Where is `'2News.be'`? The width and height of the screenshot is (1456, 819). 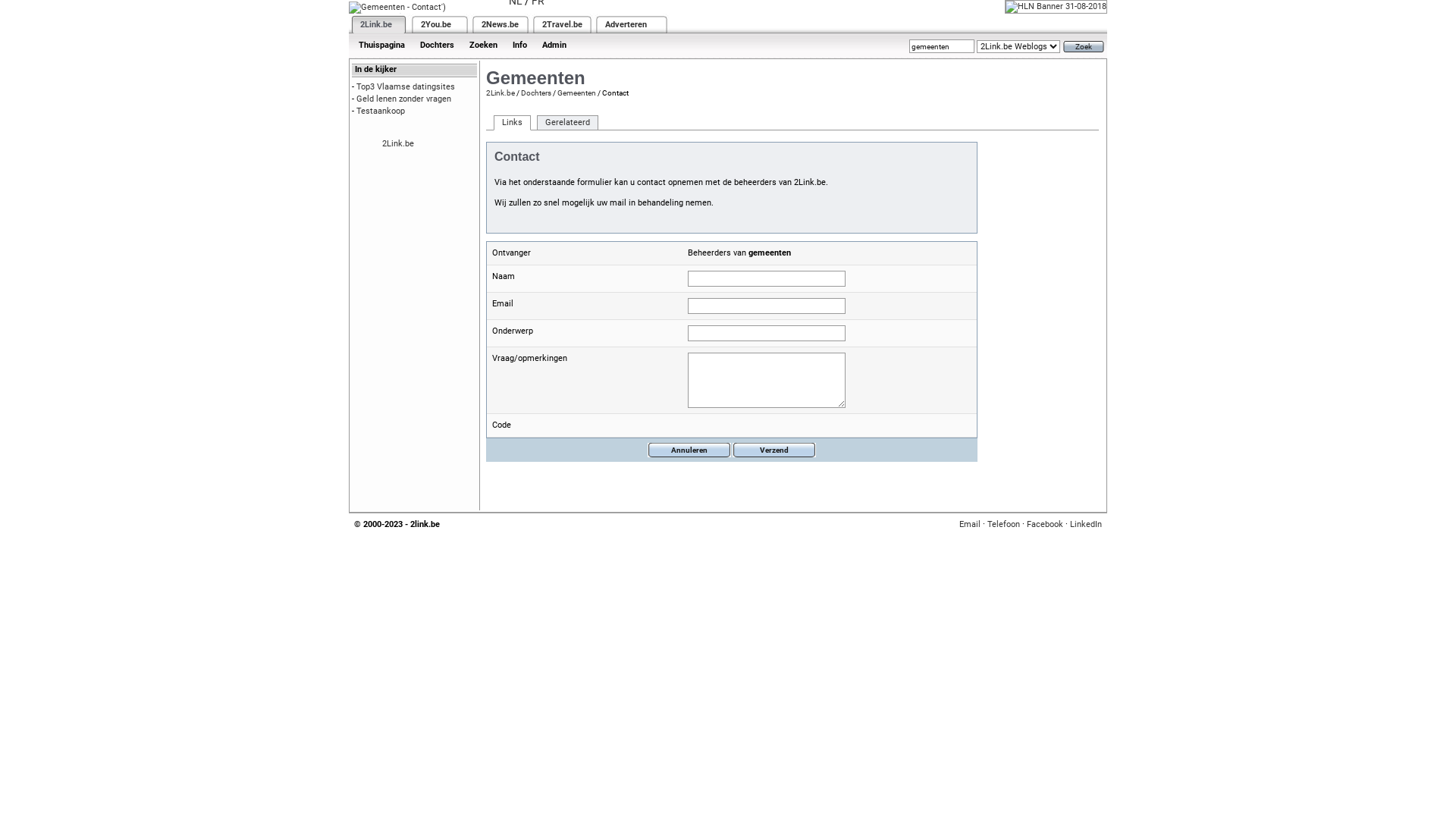
'2News.be' is located at coordinates (500, 24).